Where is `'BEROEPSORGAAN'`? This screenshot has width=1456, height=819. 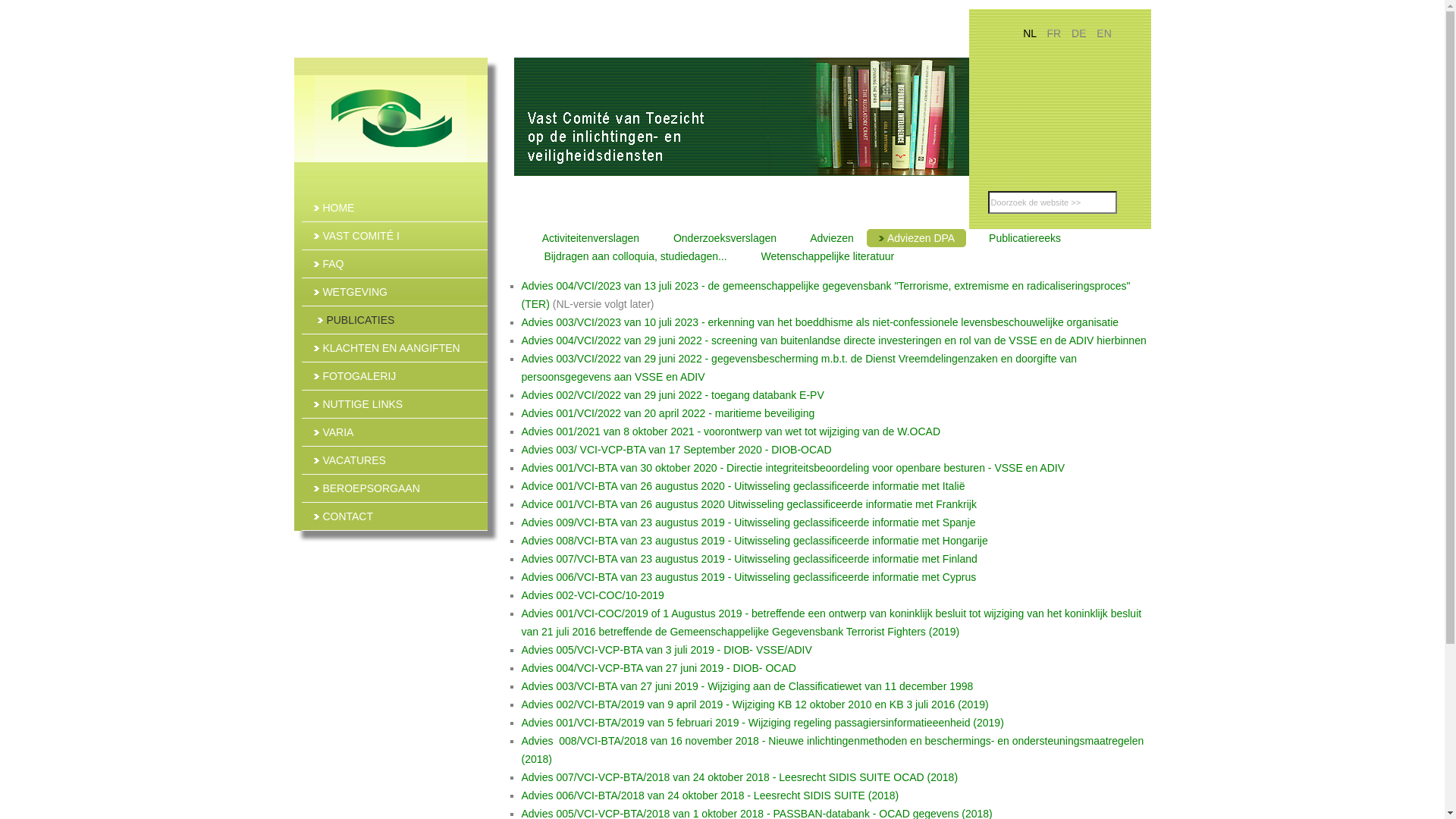 'BEROEPSORGAAN' is located at coordinates (302, 488).